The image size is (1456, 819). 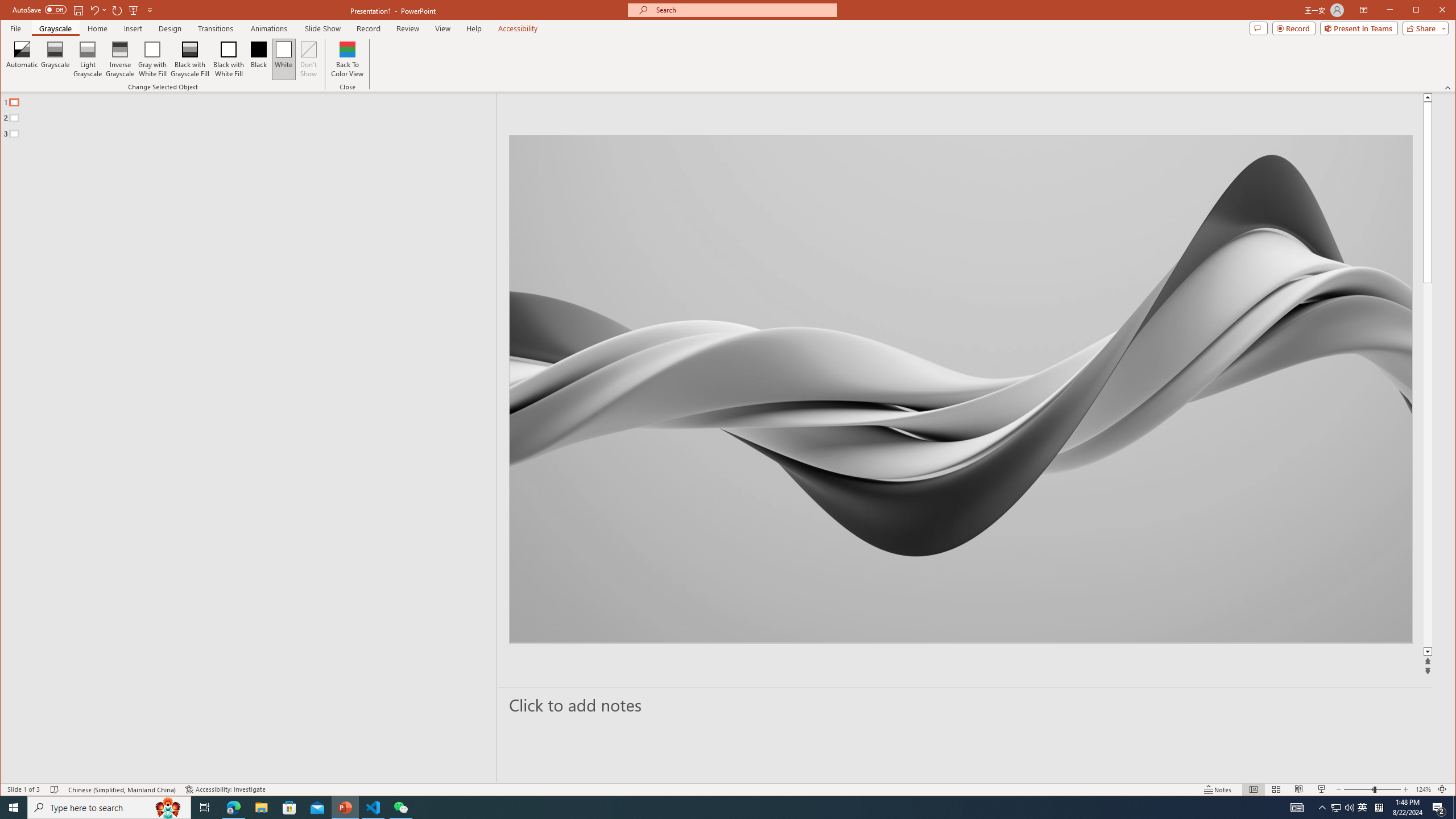 What do you see at coordinates (22, 59) in the screenshot?
I see `'Automatic'` at bounding box center [22, 59].